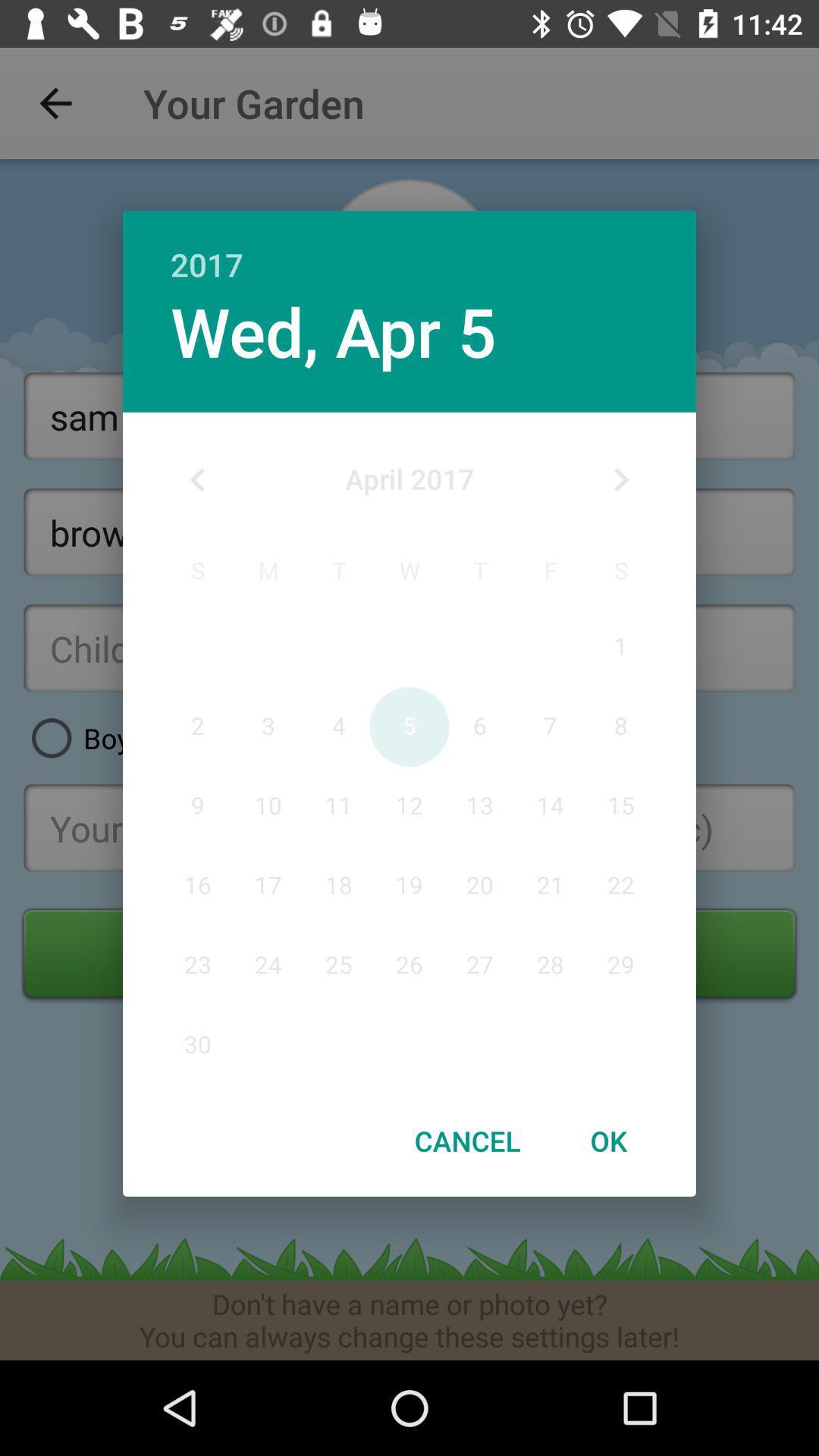 Image resolution: width=819 pixels, height=1456 pixels. What do you see at coordinates (466, 1141) in the screenshot?
I see `the item next to ok item` at bounding box center [466, 1141].